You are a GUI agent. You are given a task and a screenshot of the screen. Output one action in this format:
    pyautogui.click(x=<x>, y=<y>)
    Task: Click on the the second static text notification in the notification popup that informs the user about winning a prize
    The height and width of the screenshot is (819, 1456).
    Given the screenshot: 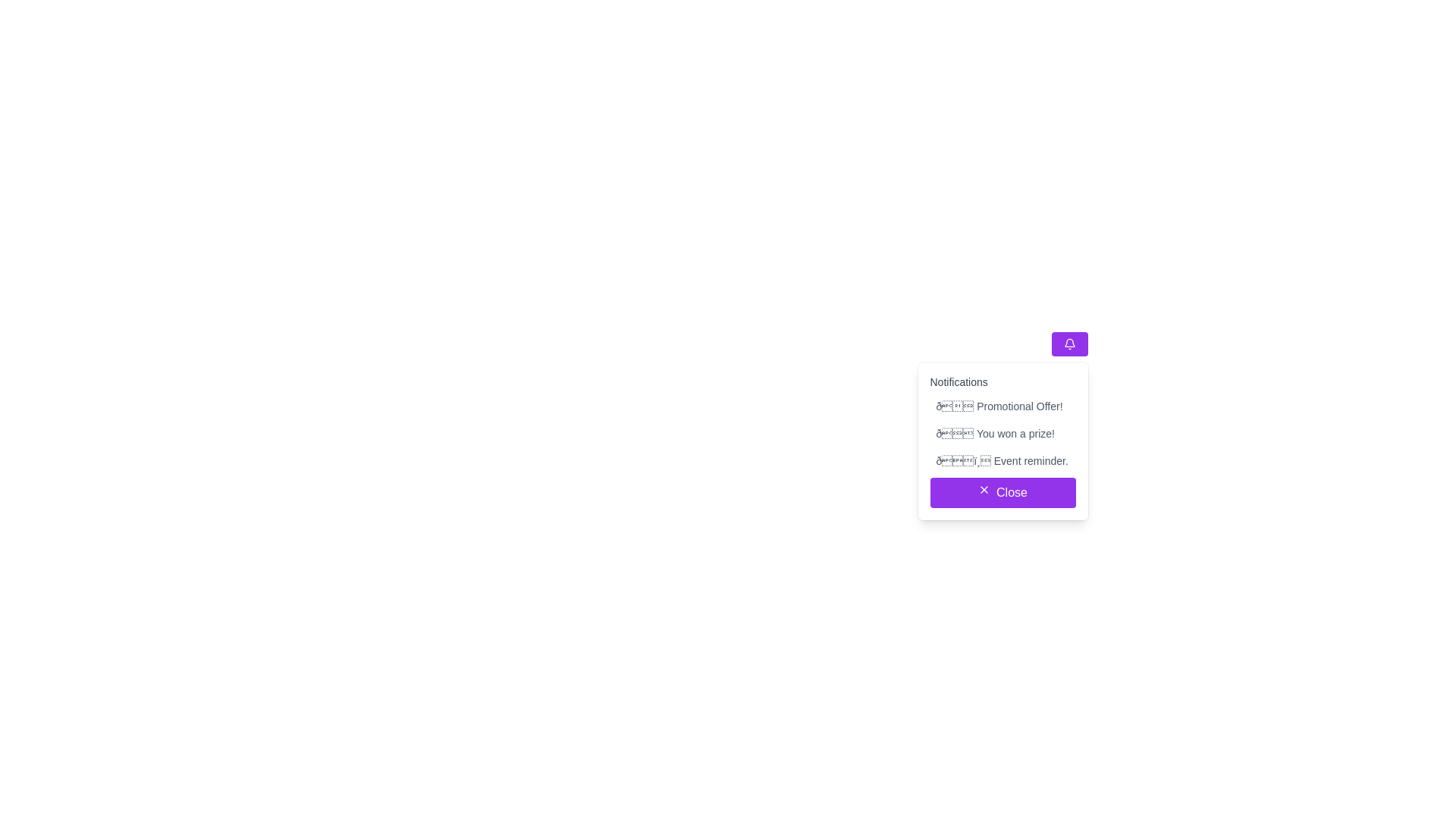 What is the action you would take?
    pyautogui.click(x=1003, y=433)
    